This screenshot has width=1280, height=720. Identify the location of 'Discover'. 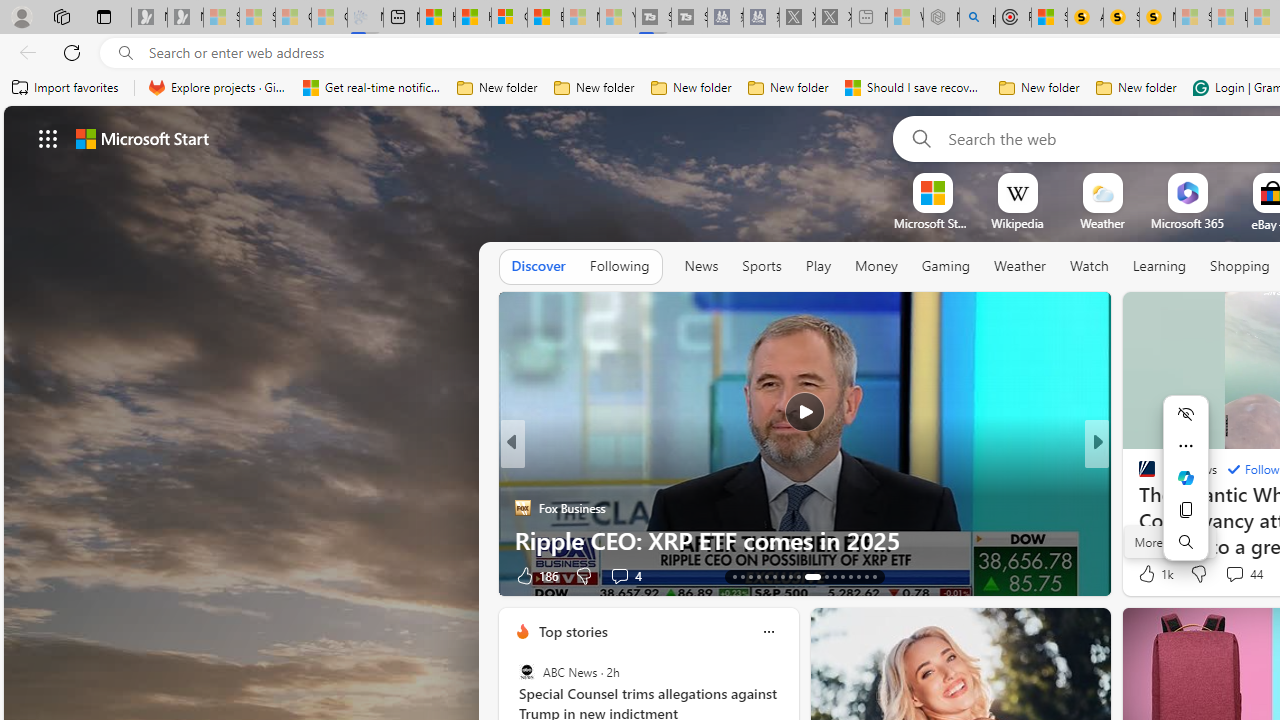
(538, 265).